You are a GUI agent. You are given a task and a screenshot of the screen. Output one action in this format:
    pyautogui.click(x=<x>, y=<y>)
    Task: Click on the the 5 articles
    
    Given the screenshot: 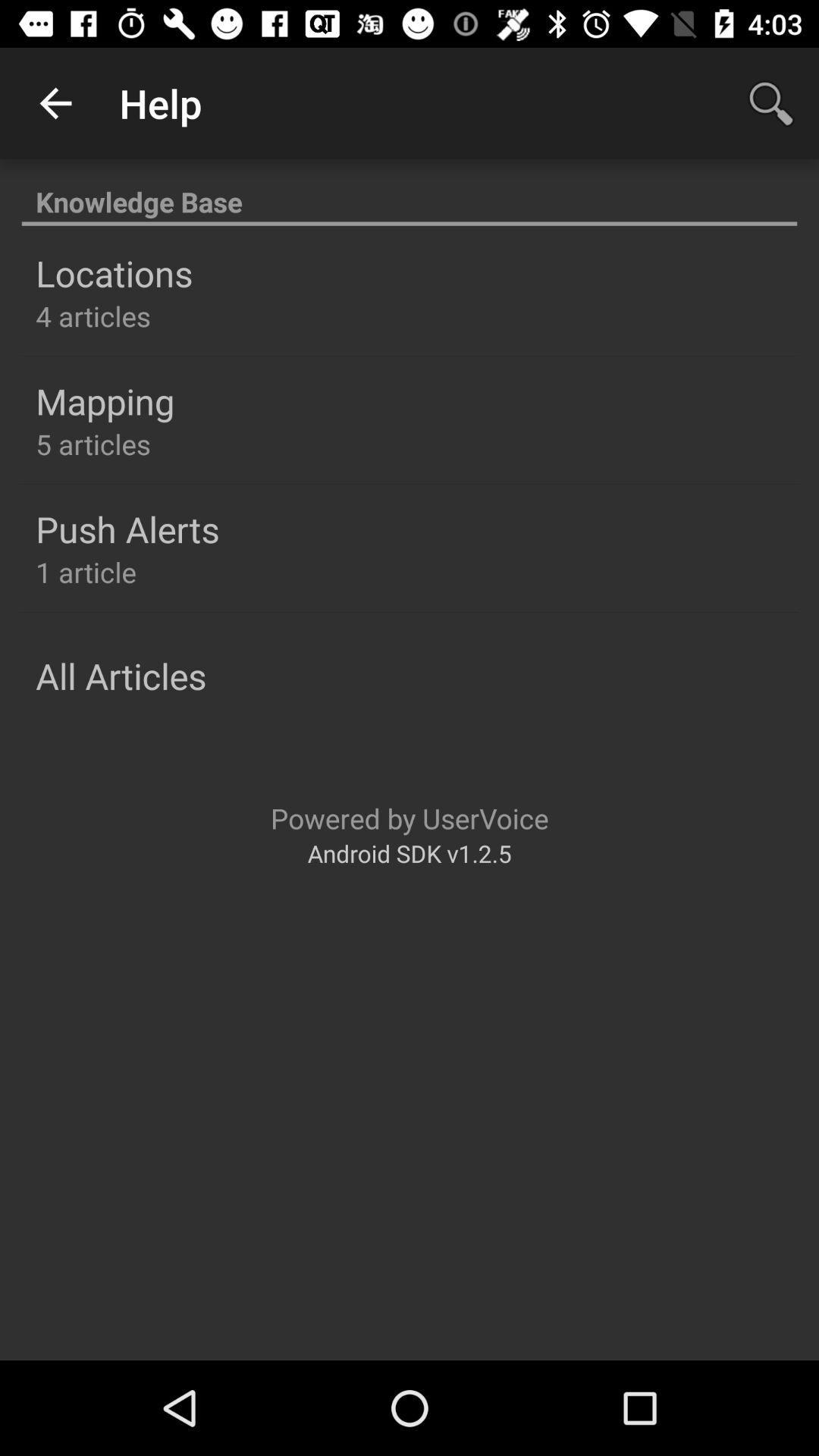 What is the action you would take?
    pyautogui.click(x=93, y=443)
    